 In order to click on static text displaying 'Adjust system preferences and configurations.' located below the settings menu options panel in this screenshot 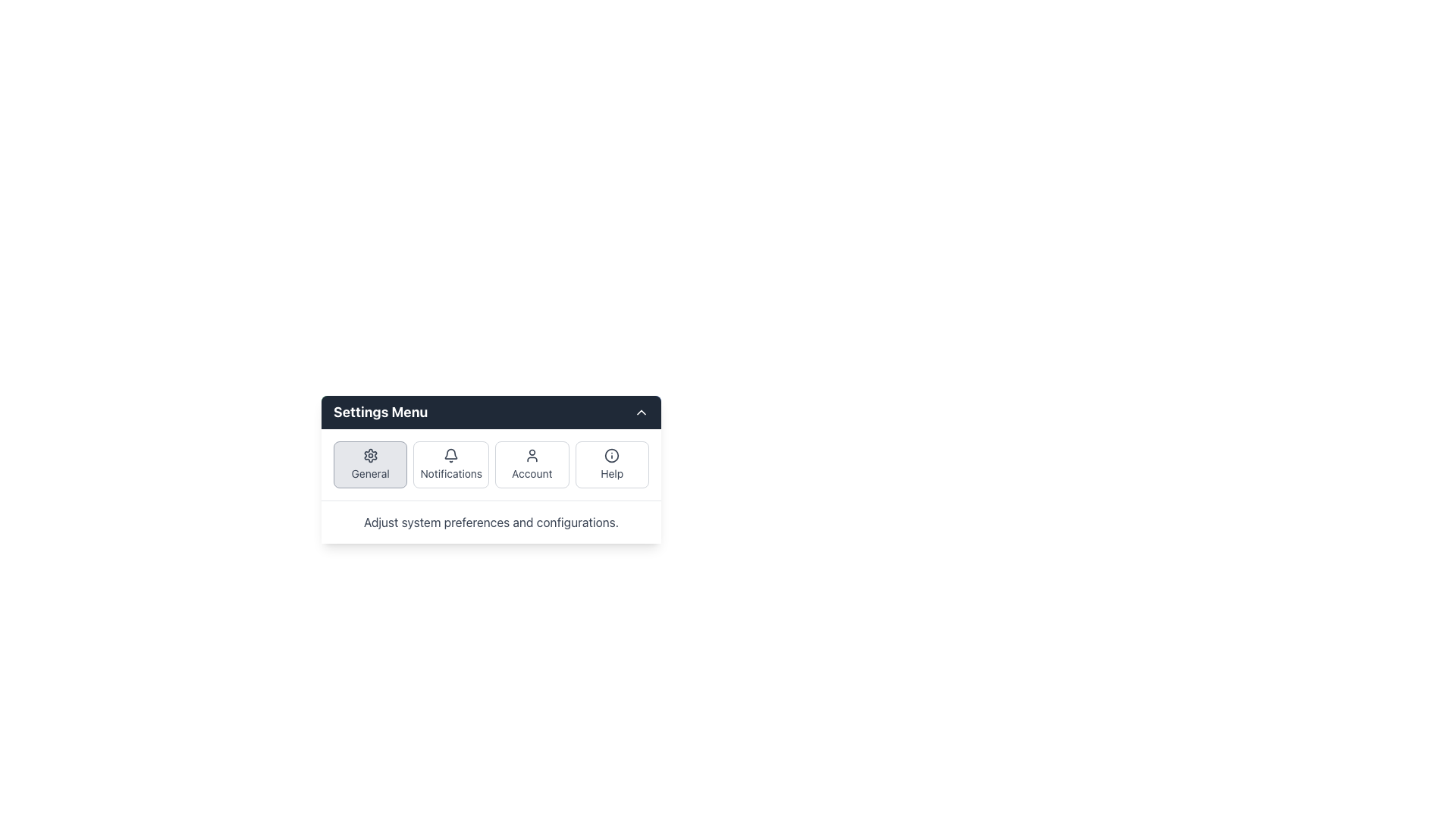, I will do `click(491, 522)`.